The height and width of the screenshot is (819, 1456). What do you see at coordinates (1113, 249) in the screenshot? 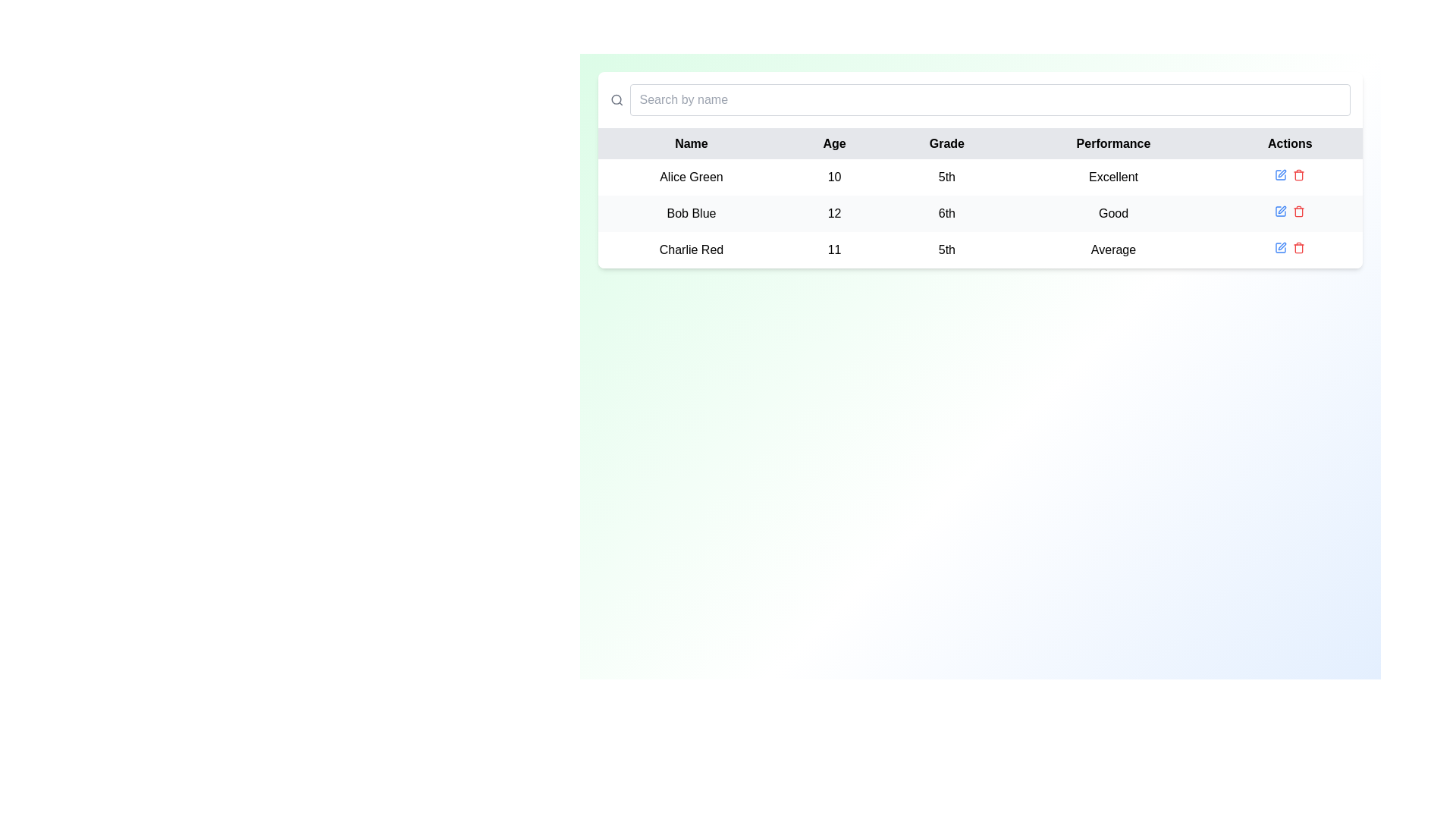
I see `the static text label indicating the performance rating for 'Charlie Red' in the fourth column of the third row of the data table` at bounding box center [1113, 249].